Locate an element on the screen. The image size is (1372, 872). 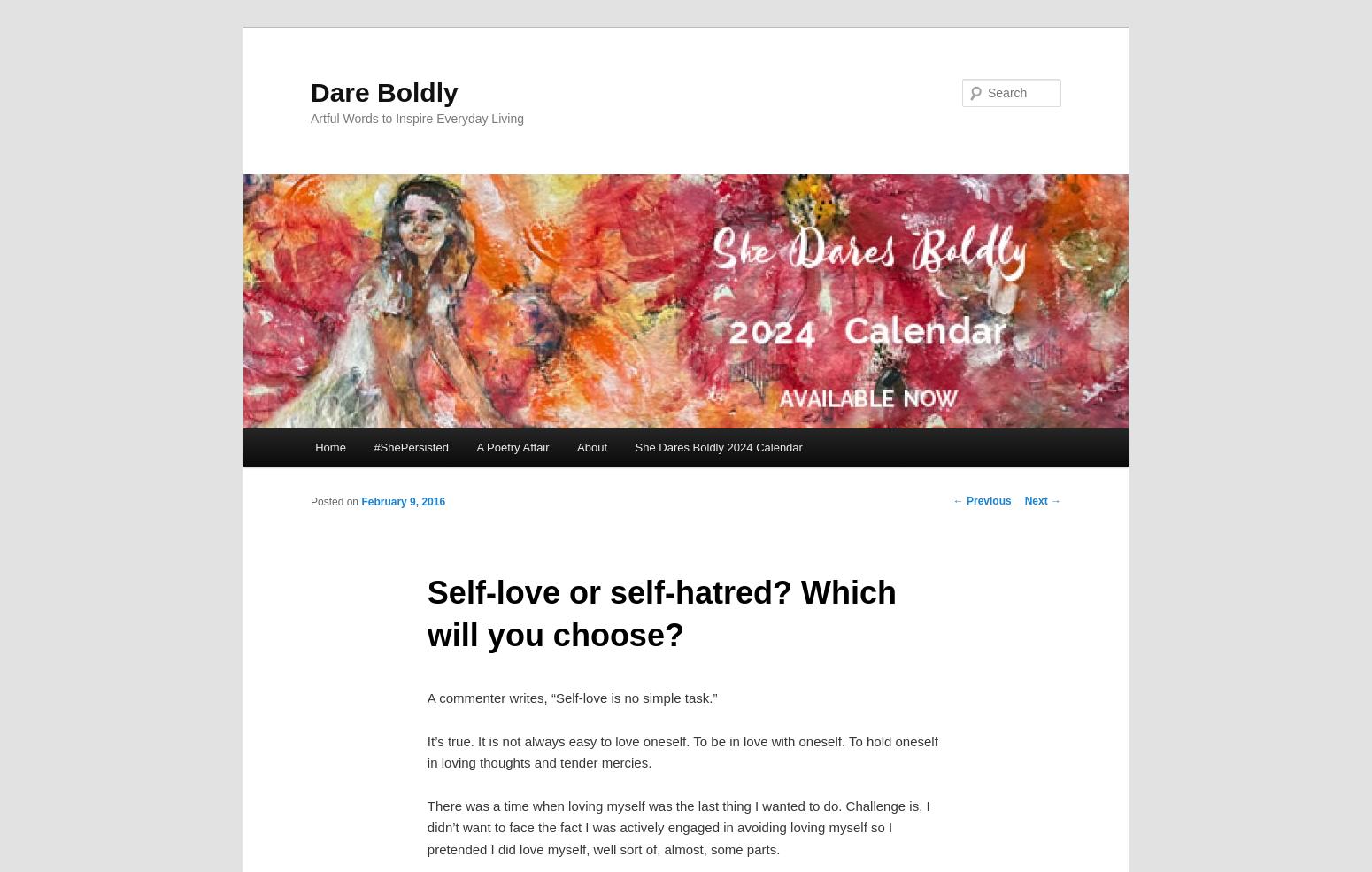
'Previous' is located at coordinates (961, 500).